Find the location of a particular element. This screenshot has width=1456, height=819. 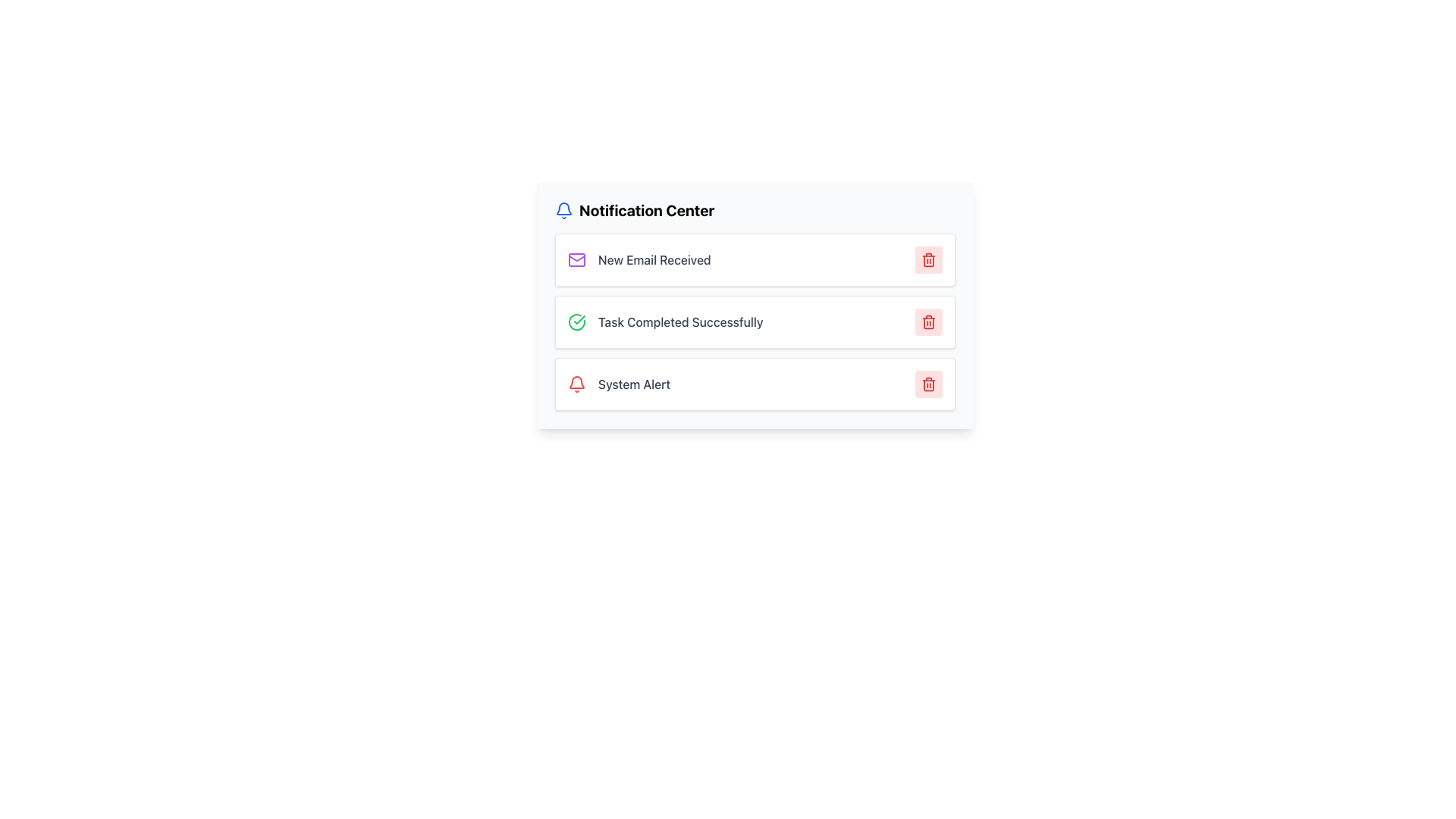

the green checkmark icon inside the circular outline that indicates 'Task Completed Successfully' in the notification row is located at coordinates (579, 318).